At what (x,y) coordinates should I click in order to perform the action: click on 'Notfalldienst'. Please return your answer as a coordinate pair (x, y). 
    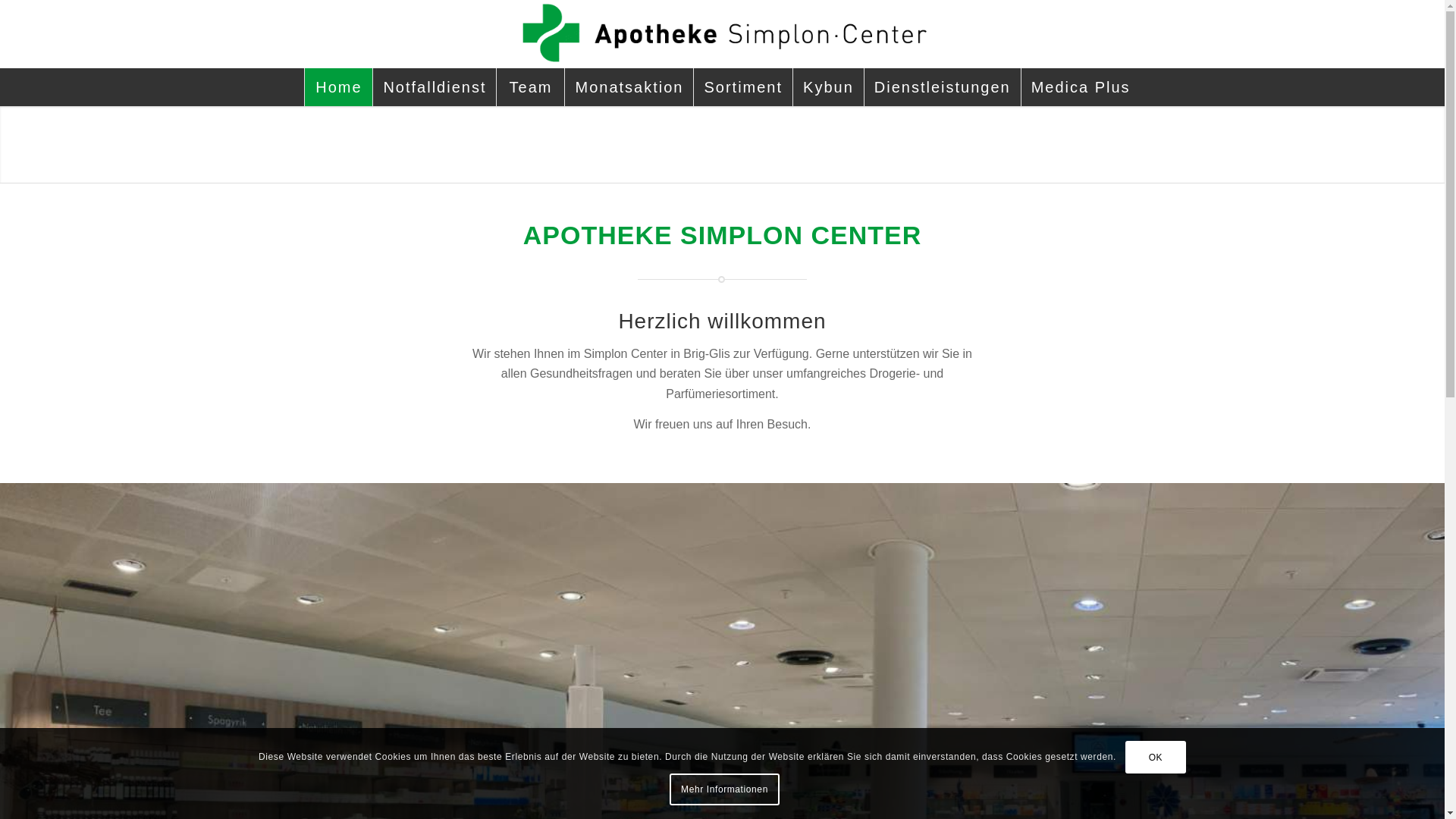
    Looking at the image, I should click on (433, 87).